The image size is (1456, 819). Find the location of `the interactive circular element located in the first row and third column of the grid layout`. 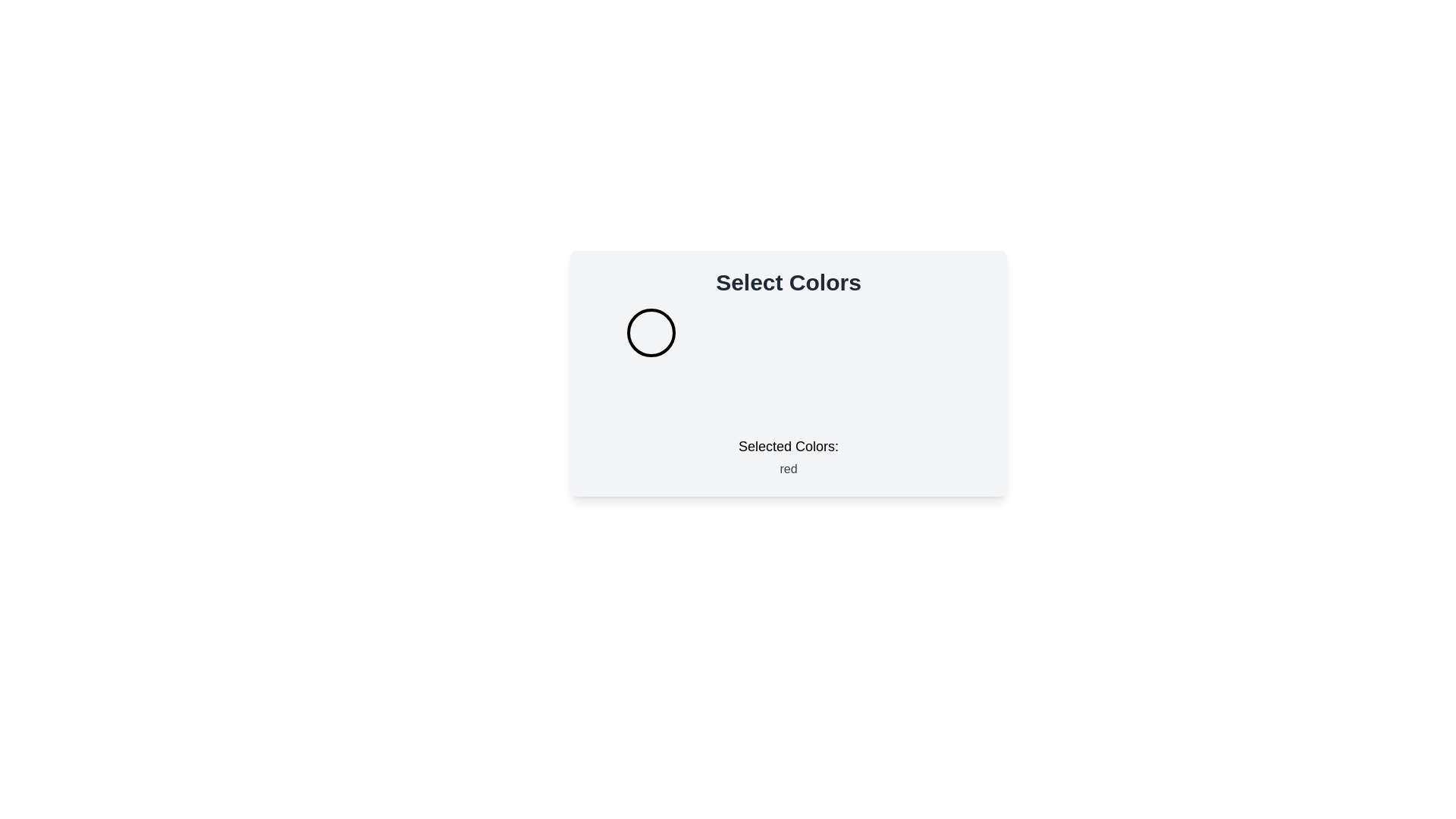

the interactive circular element located in the first row and third column of the grid layout is located at coordinates (925, 332).